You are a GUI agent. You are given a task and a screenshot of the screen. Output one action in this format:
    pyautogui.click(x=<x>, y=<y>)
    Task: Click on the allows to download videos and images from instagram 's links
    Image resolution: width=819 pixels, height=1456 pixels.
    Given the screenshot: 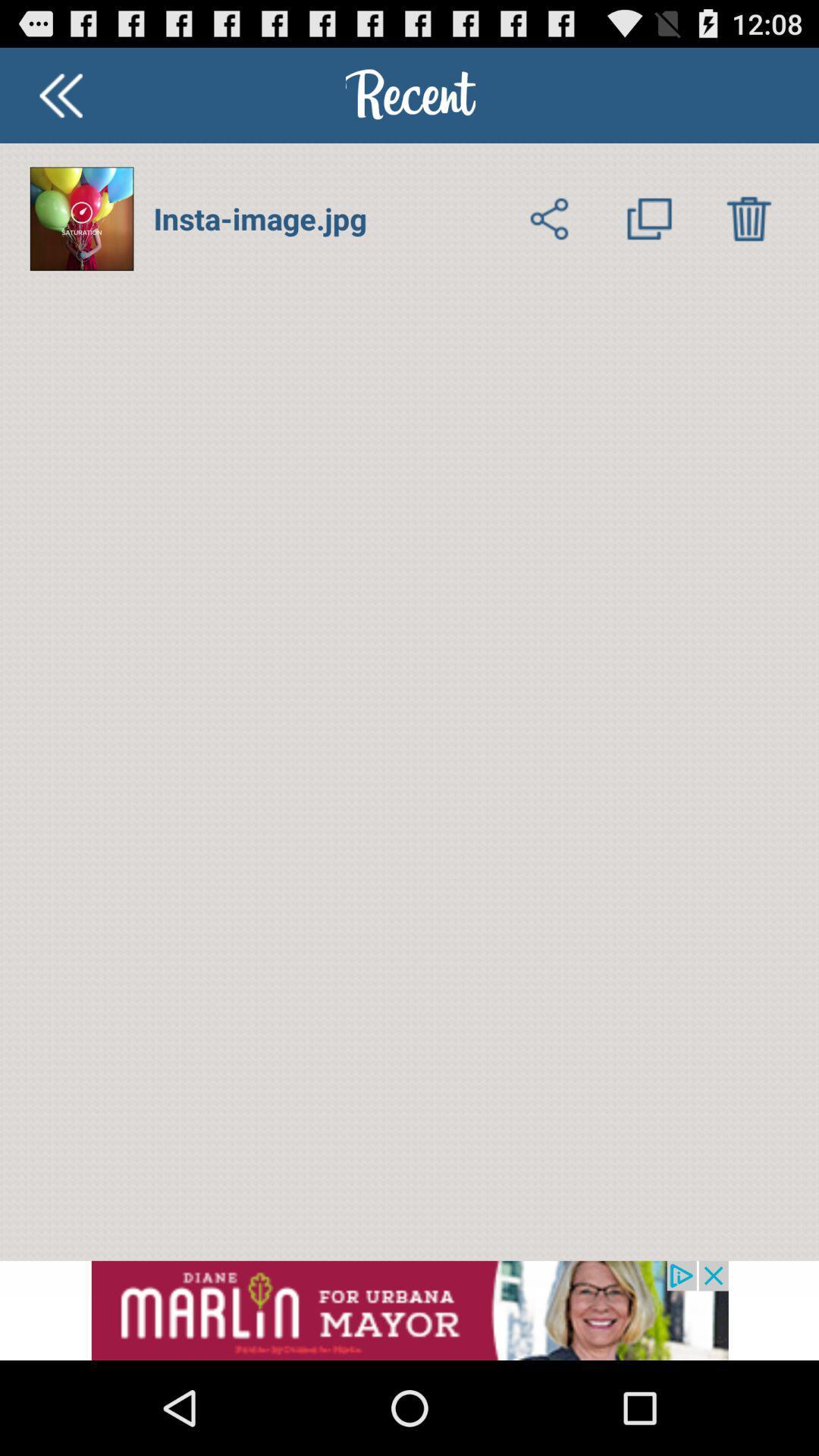 What is the action you would take?
    pyautogui.click(x=748, y=218)
    